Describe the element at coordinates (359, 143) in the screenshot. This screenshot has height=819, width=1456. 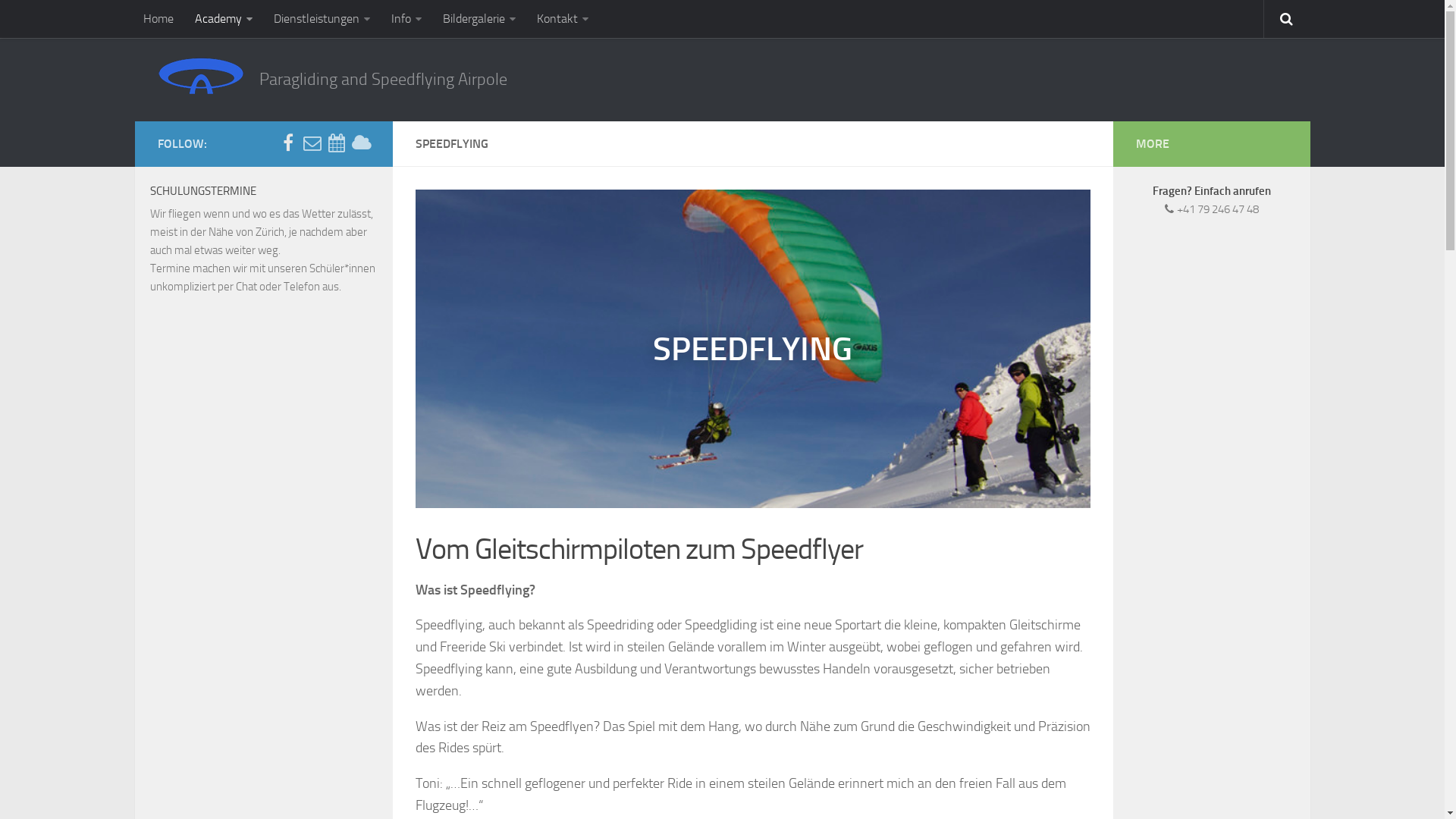
I see `'Meteo'` at that location.